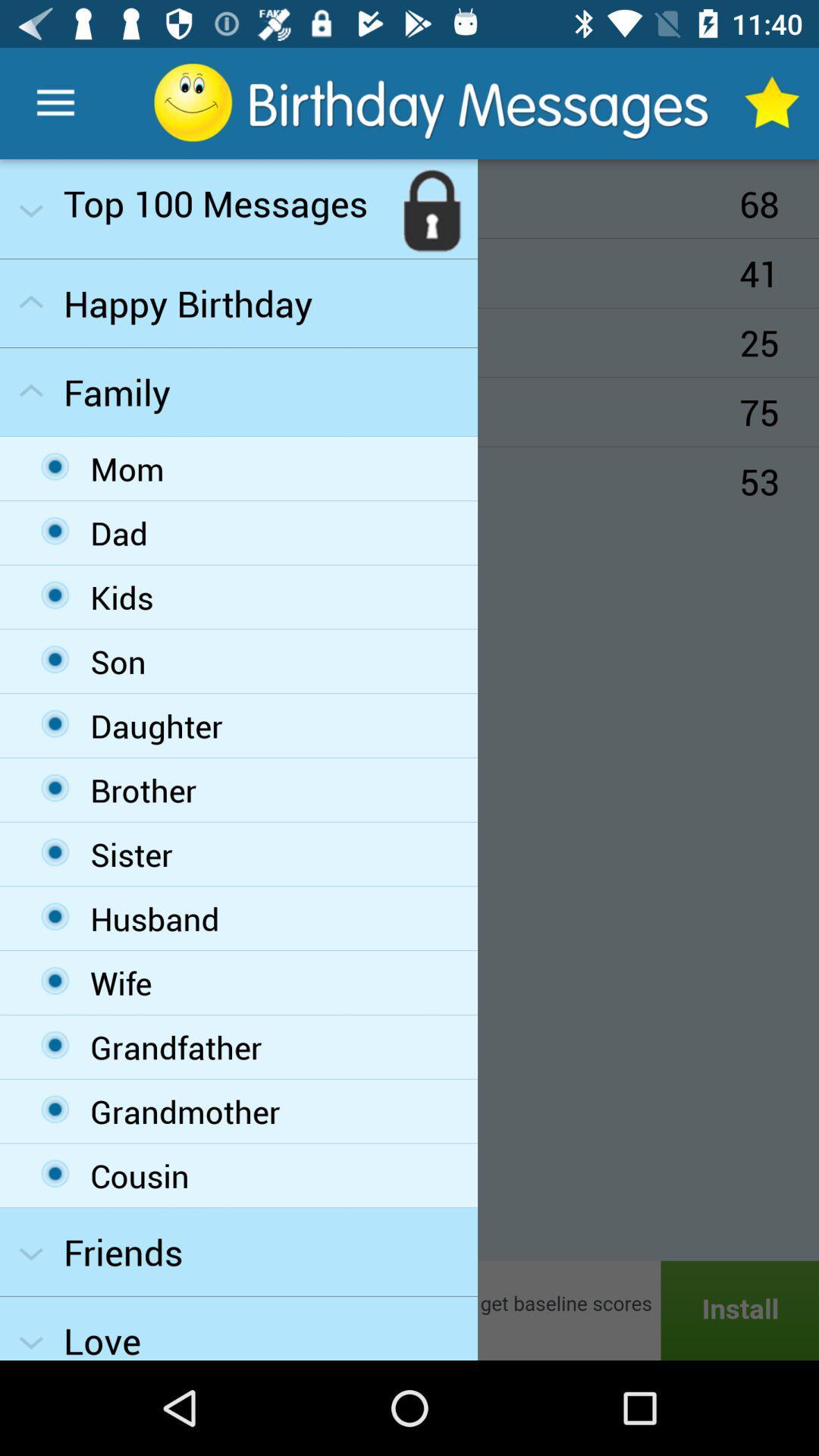  Describe the element at coordinates (409, 1310) in the screenshot. I see `install app` at that location.